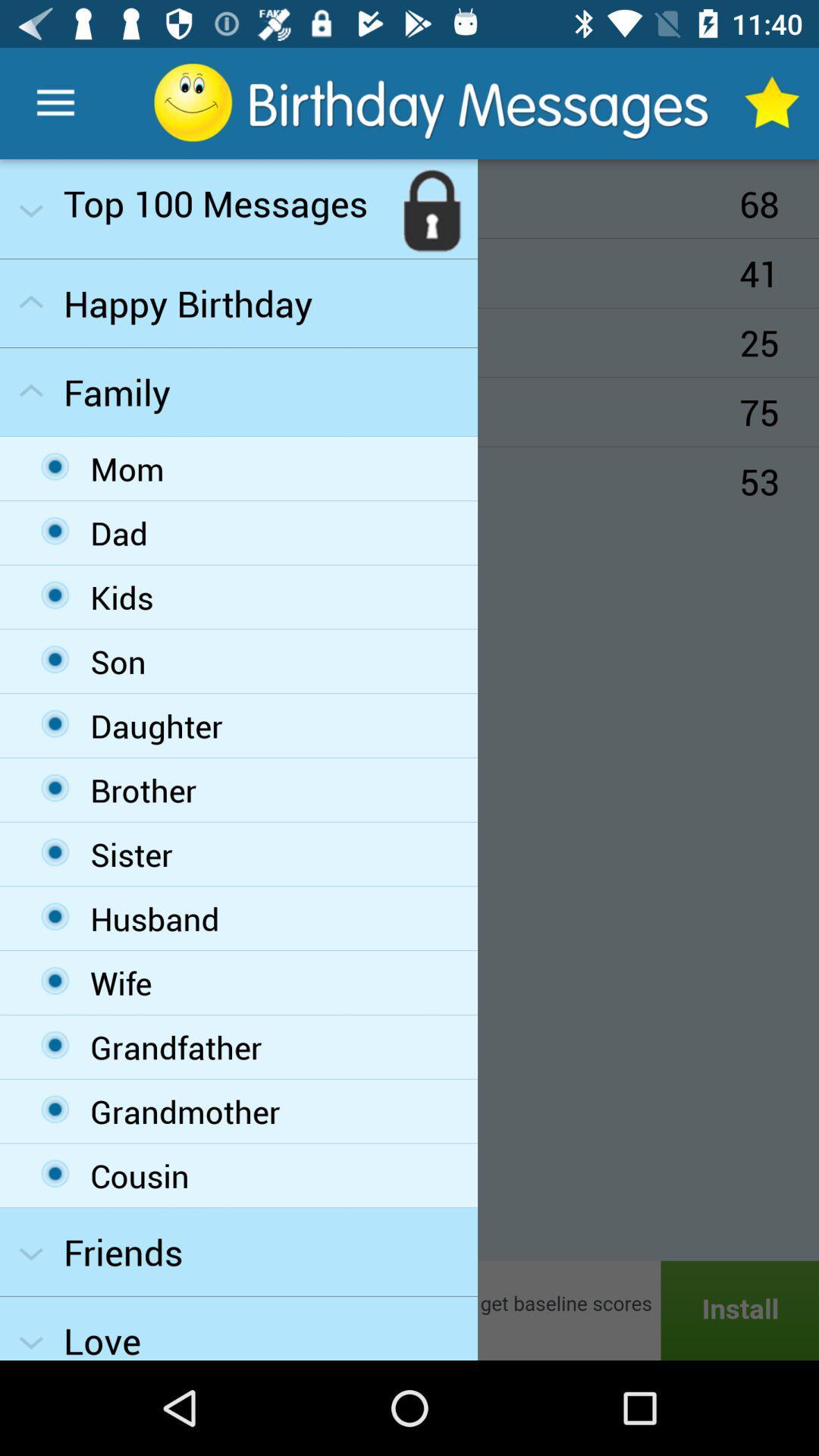  Describe the element at coordinates (409, 1310) in the screenshot. I see `install app` at that location.